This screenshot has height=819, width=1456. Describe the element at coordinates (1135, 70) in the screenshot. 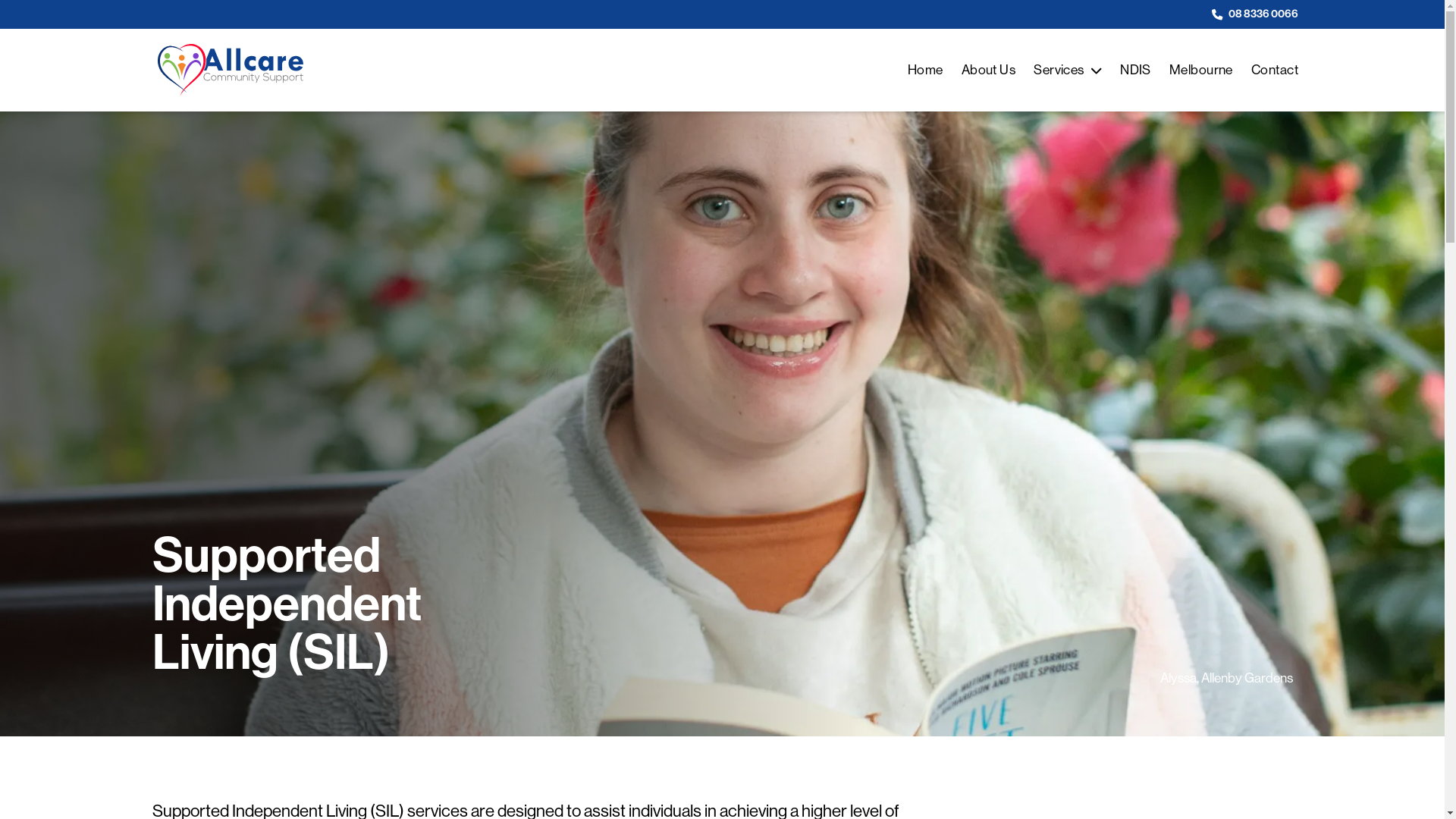

I see `'NDIS'` at that location.